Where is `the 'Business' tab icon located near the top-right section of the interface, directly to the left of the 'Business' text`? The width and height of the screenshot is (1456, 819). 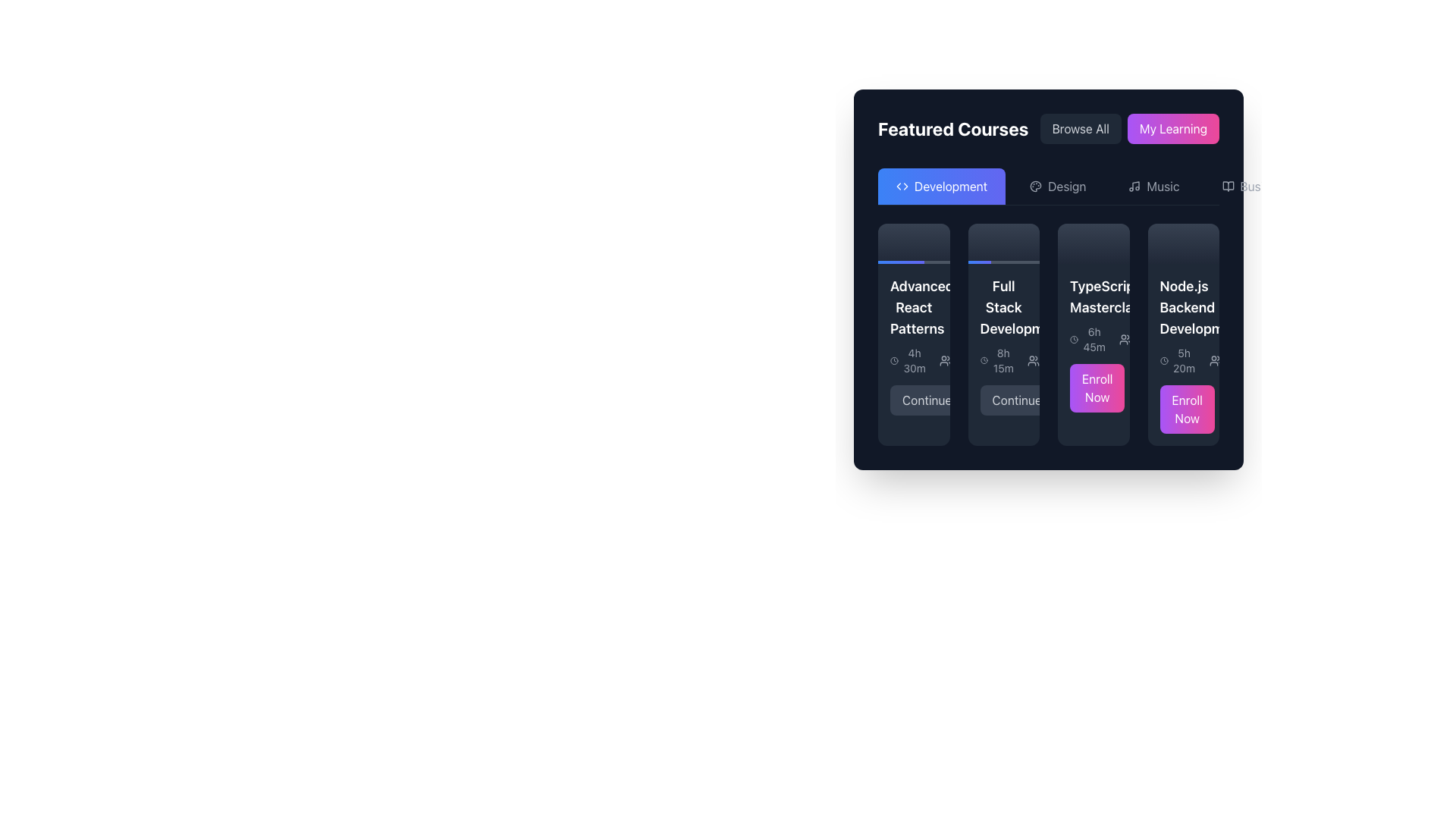 the 'Business' tab icon located near the top-right section of the interface, directly to the left of the 'Business' text is located at coordinates (1228, 186).